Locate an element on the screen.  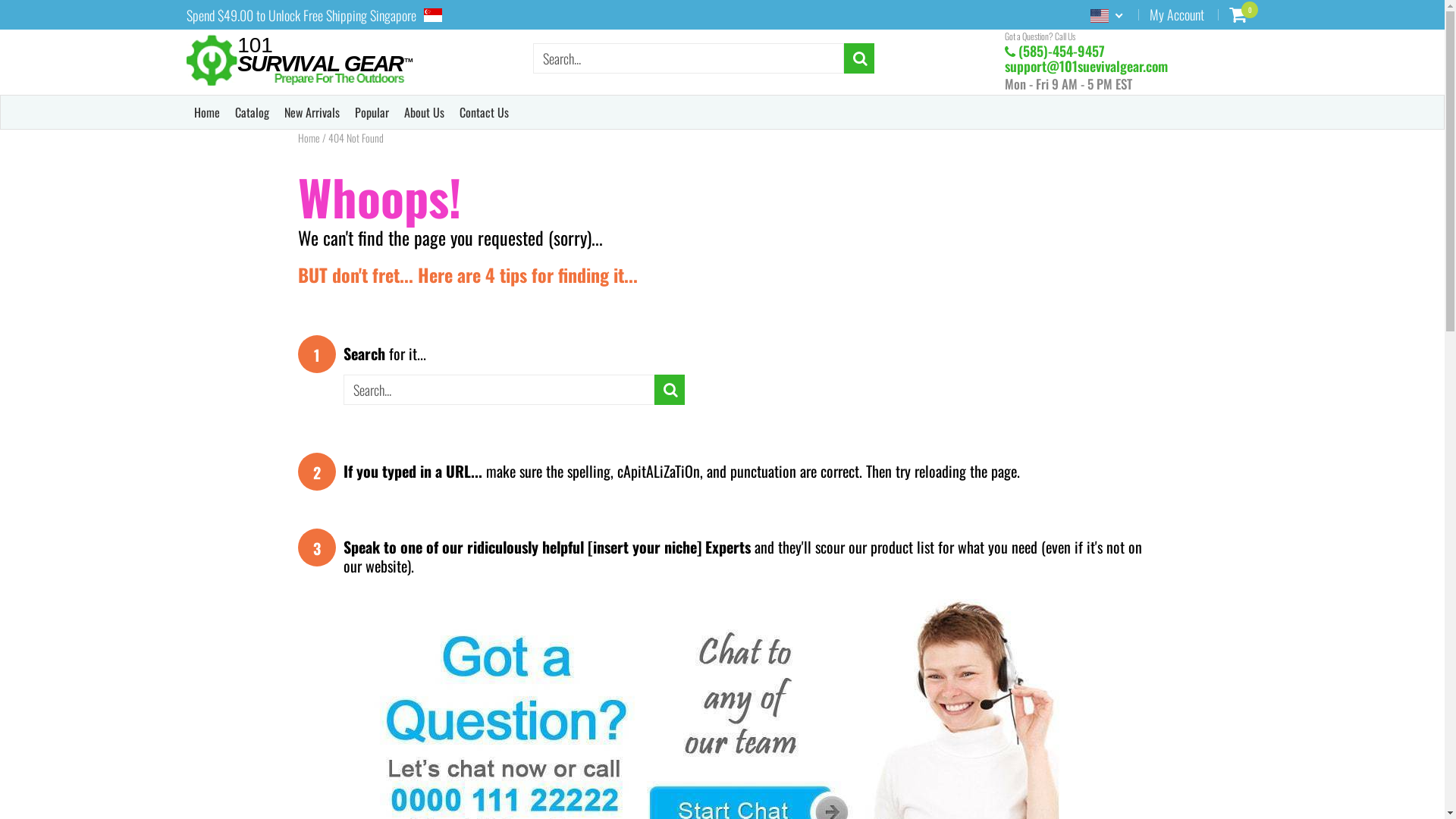
'Catalog' is located at coordinates (252, 111).